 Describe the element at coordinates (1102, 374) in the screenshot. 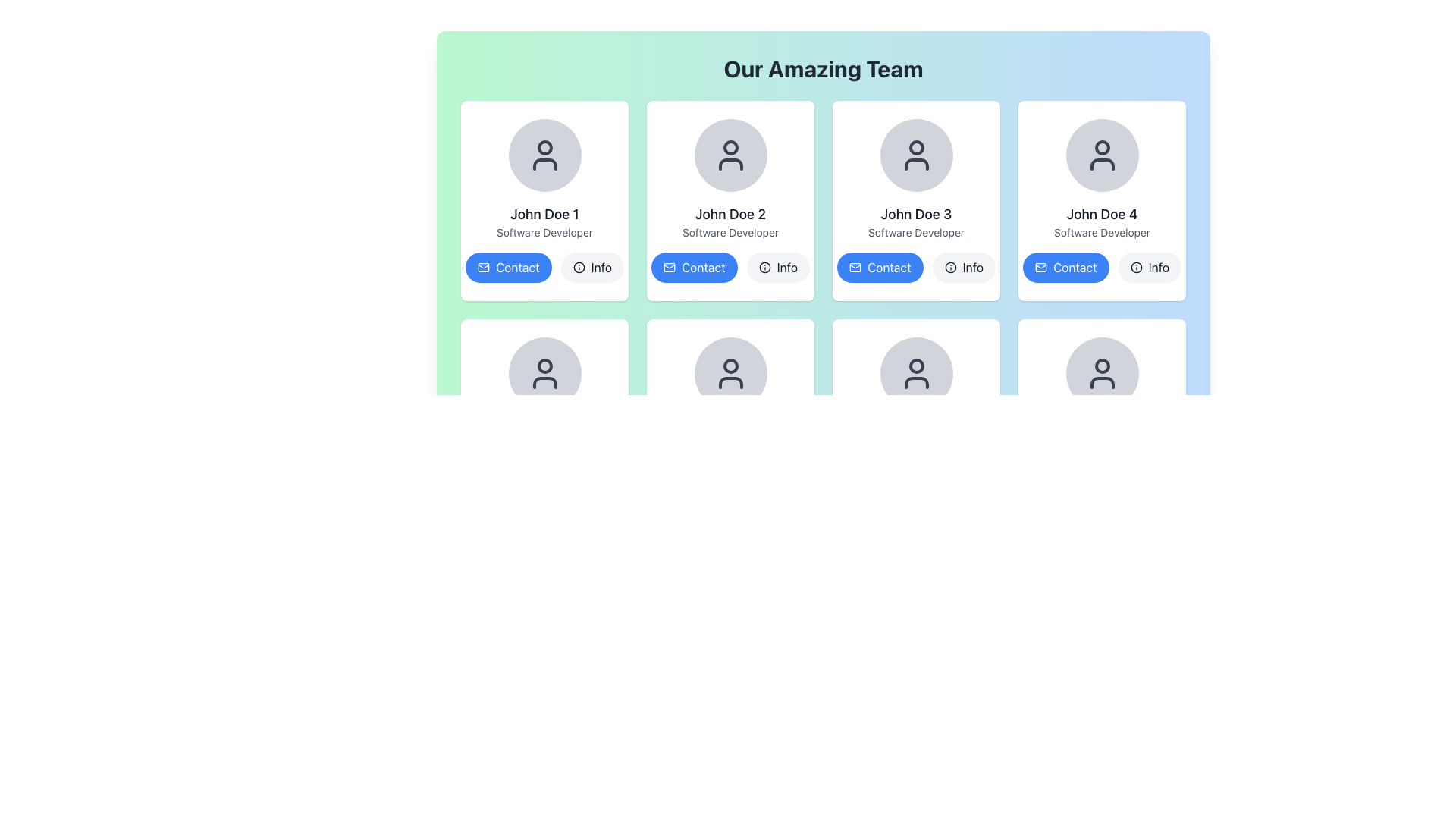

I see `the user profile icon located in the bottom row of the team member cards, specifically beneath the card for 'John Doe 4'` at that location.